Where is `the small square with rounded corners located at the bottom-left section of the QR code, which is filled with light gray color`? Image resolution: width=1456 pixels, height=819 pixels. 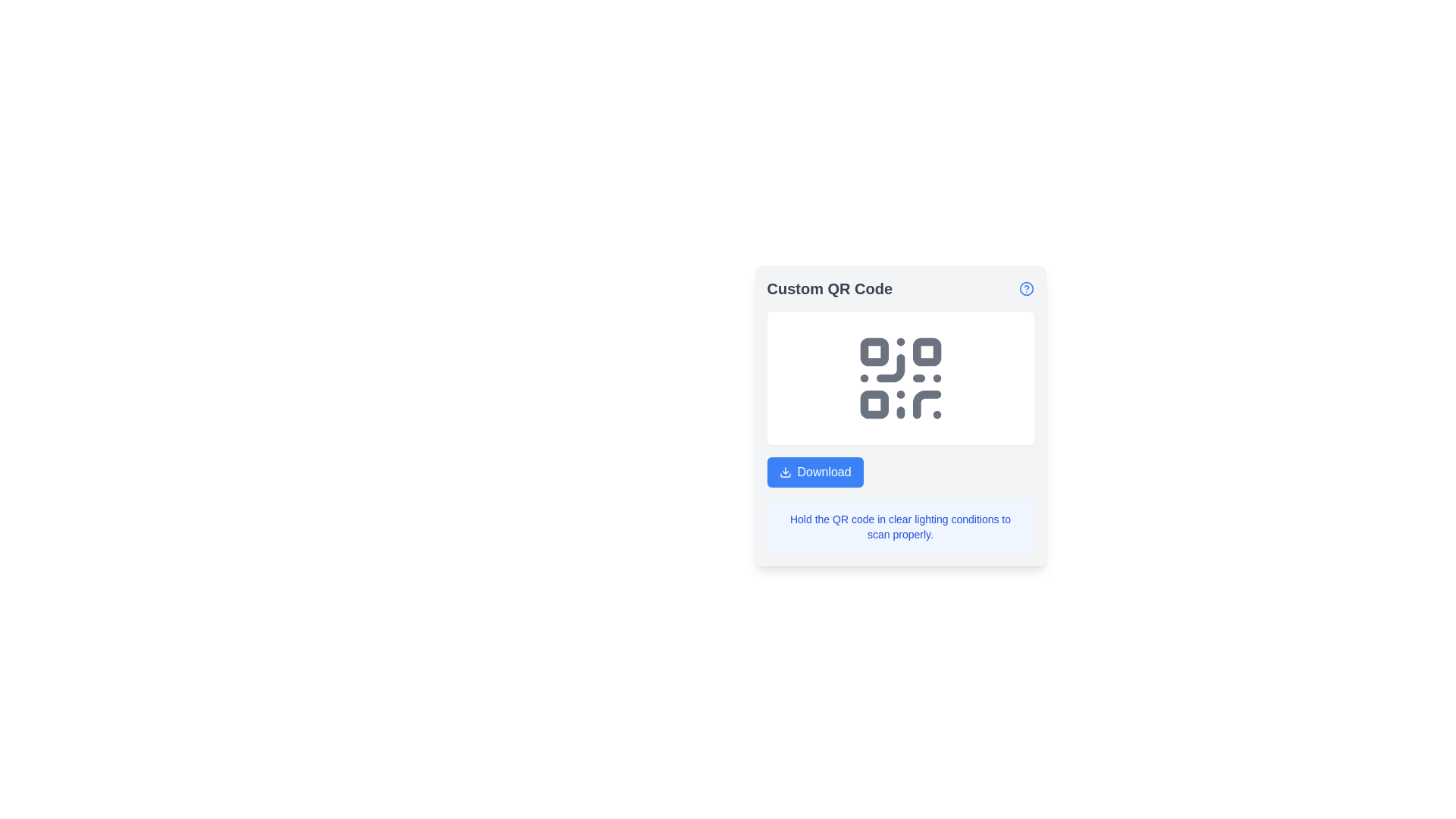 the small square with rounded corners located at the bottom-left section of the QR code, which is filled with light gray color is located at coordinates (874, 403).